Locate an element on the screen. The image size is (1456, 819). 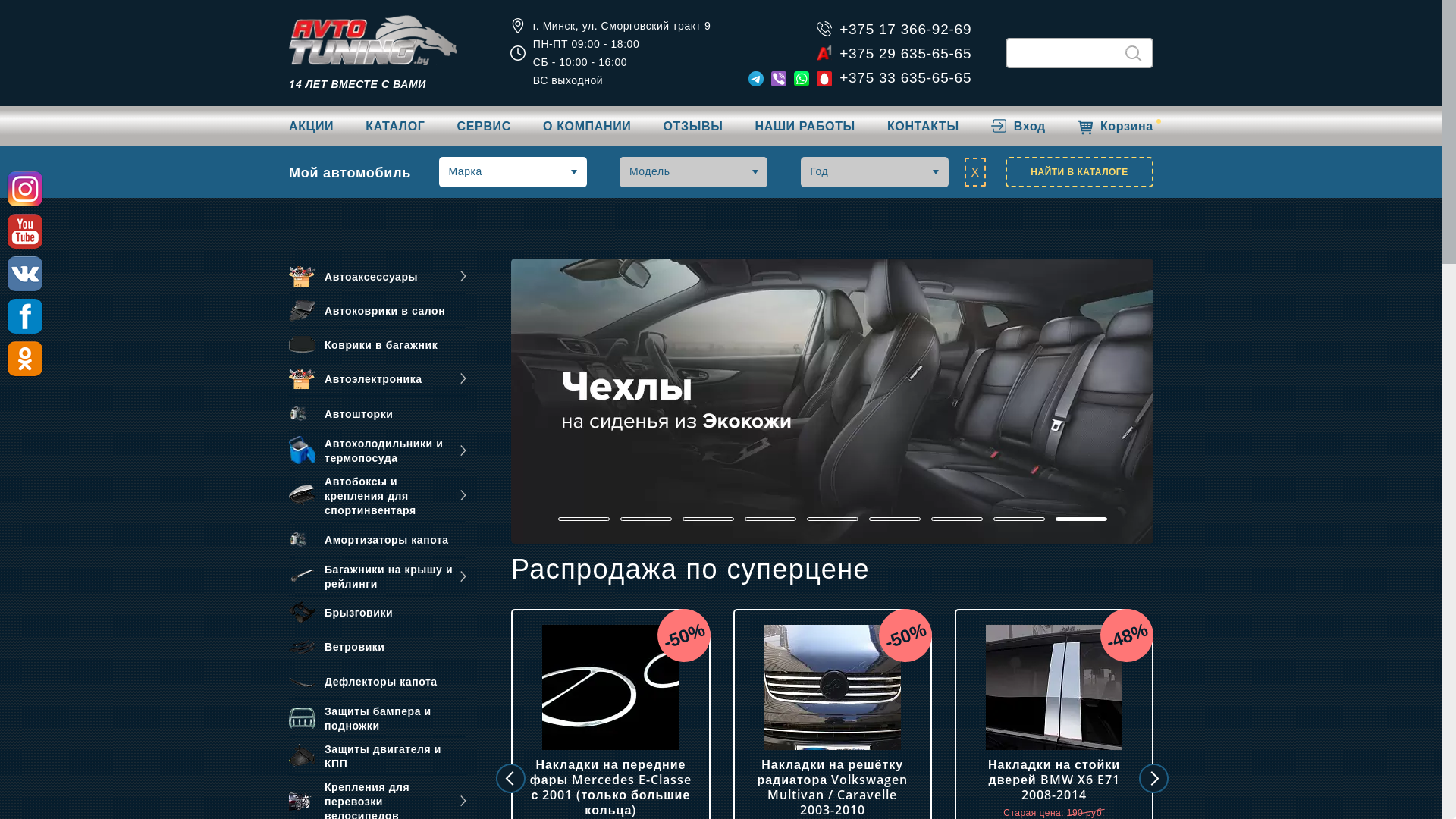
'+375 33 635-65-65' is located at coordinates (839, 77).